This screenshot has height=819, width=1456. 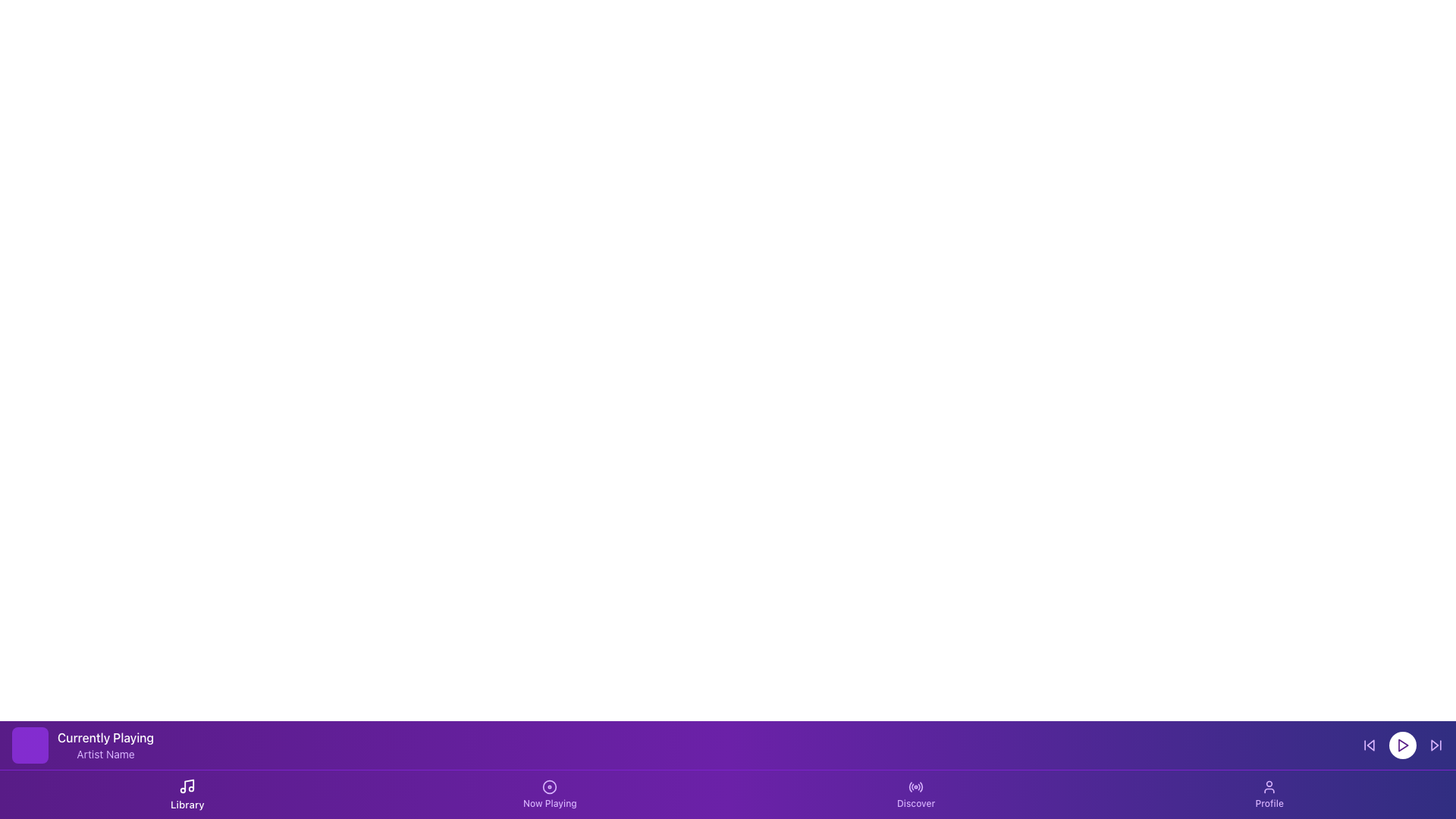 What do you see at coordinates (1401, 745) in the screenshot?
I see `the play button located in the bottom navigation bar, near the right edge, between the forward-track and profile buttons` at bounding box center [1401, 745].